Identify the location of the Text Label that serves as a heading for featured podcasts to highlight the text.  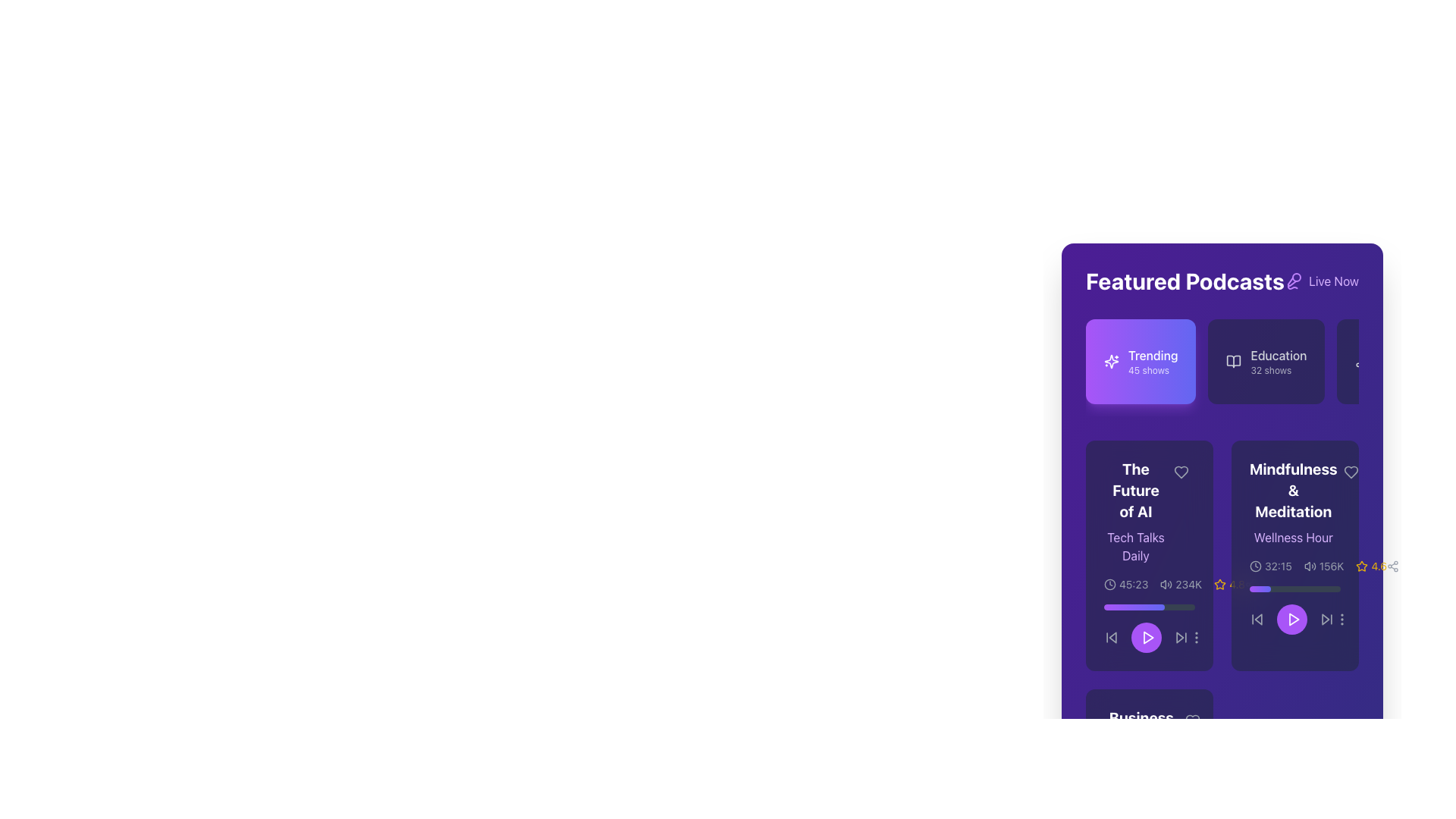
(1185, 281).